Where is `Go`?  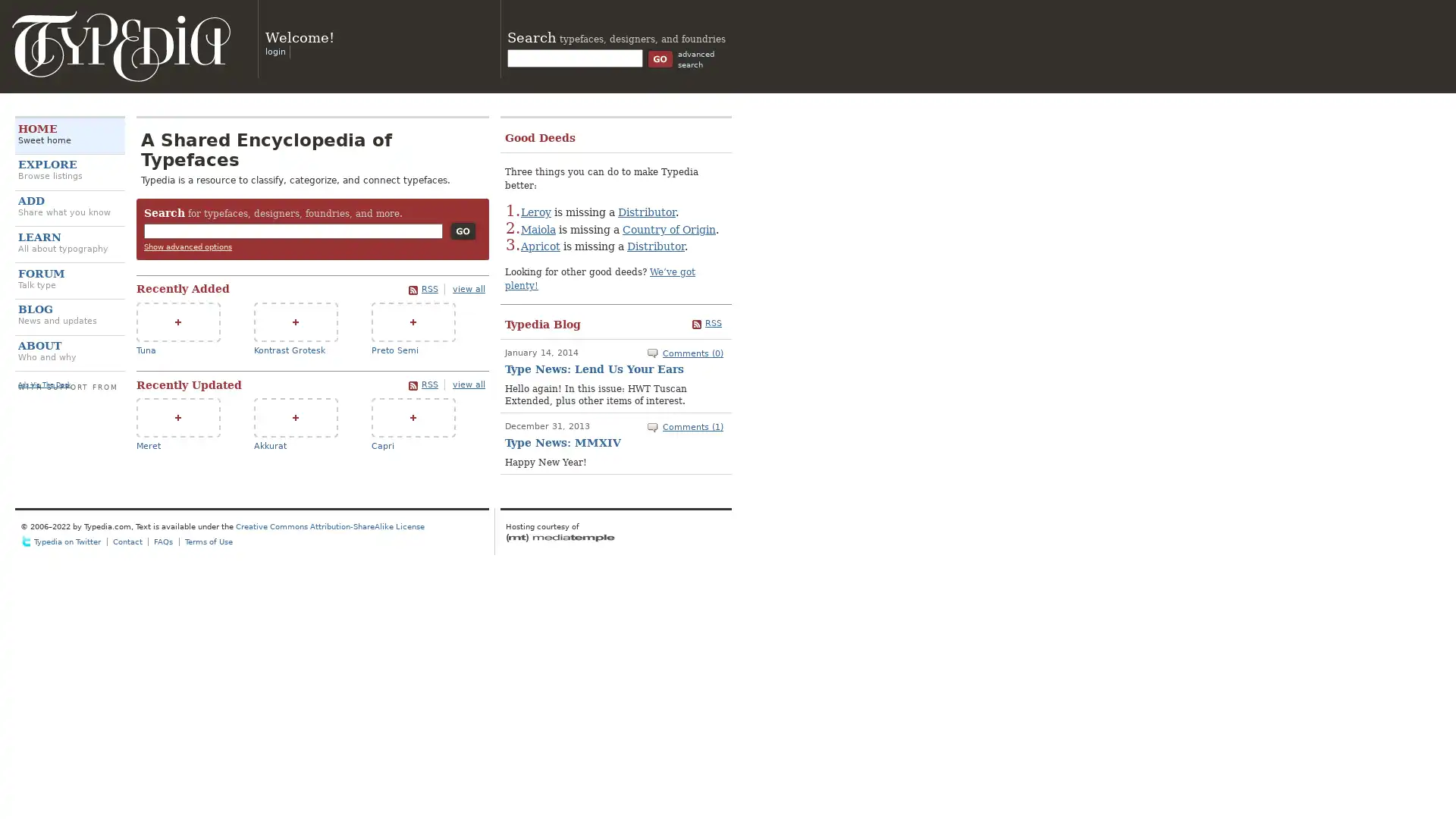
Go is located at coordinates (462, 231).